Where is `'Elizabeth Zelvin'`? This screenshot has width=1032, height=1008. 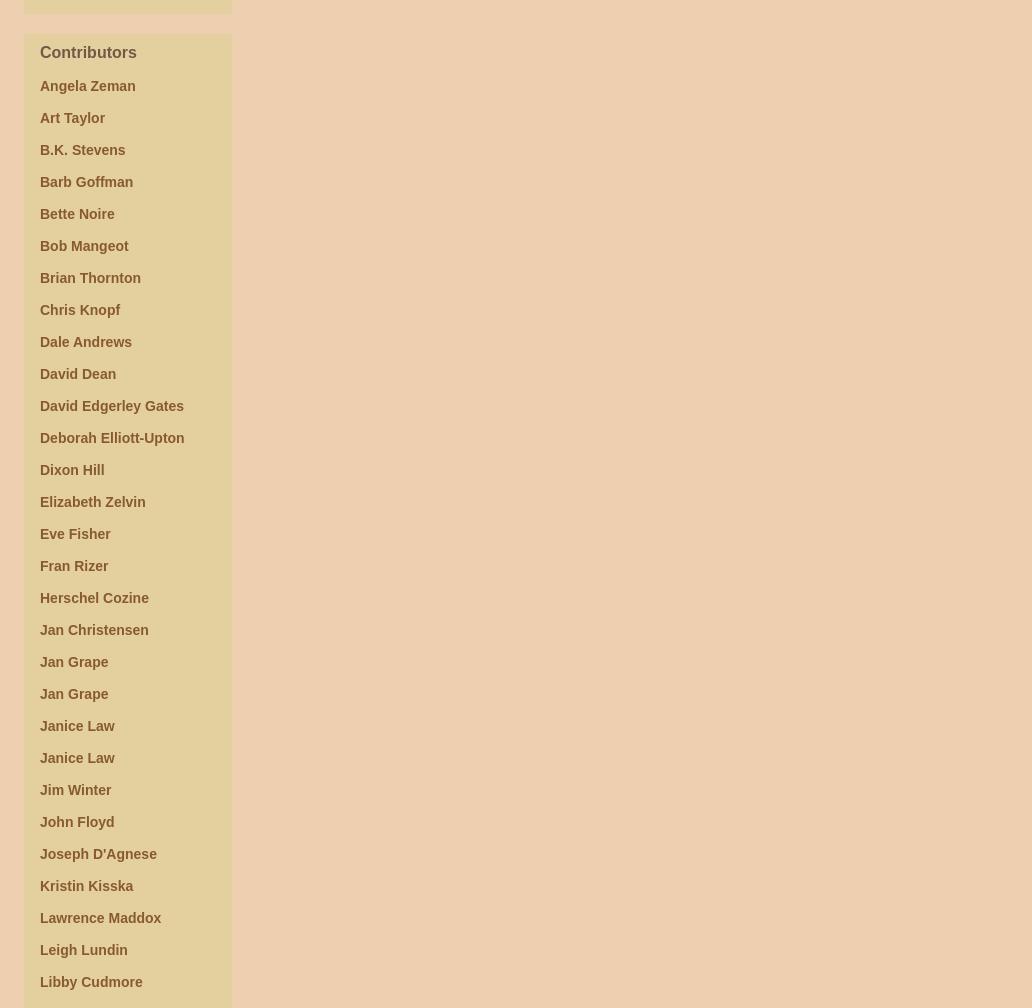 'Elizabeth Zelvin' is located at coordinates (92, 501).